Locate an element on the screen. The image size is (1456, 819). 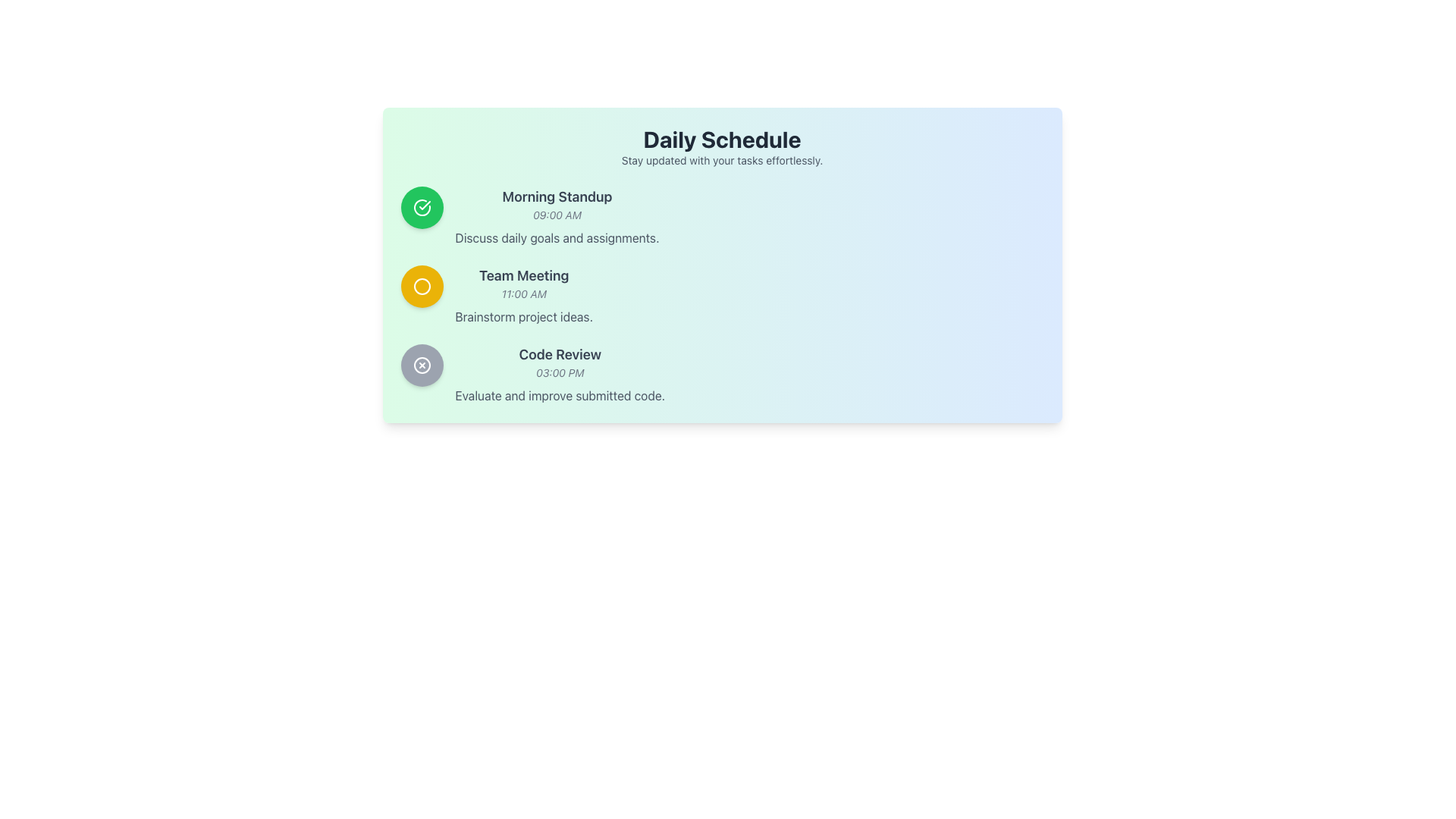
text label that says 'Stay updated with your tasks effortlessly.', which is located below the 'Daily Schedule' title is located at coordinates (721, 161).